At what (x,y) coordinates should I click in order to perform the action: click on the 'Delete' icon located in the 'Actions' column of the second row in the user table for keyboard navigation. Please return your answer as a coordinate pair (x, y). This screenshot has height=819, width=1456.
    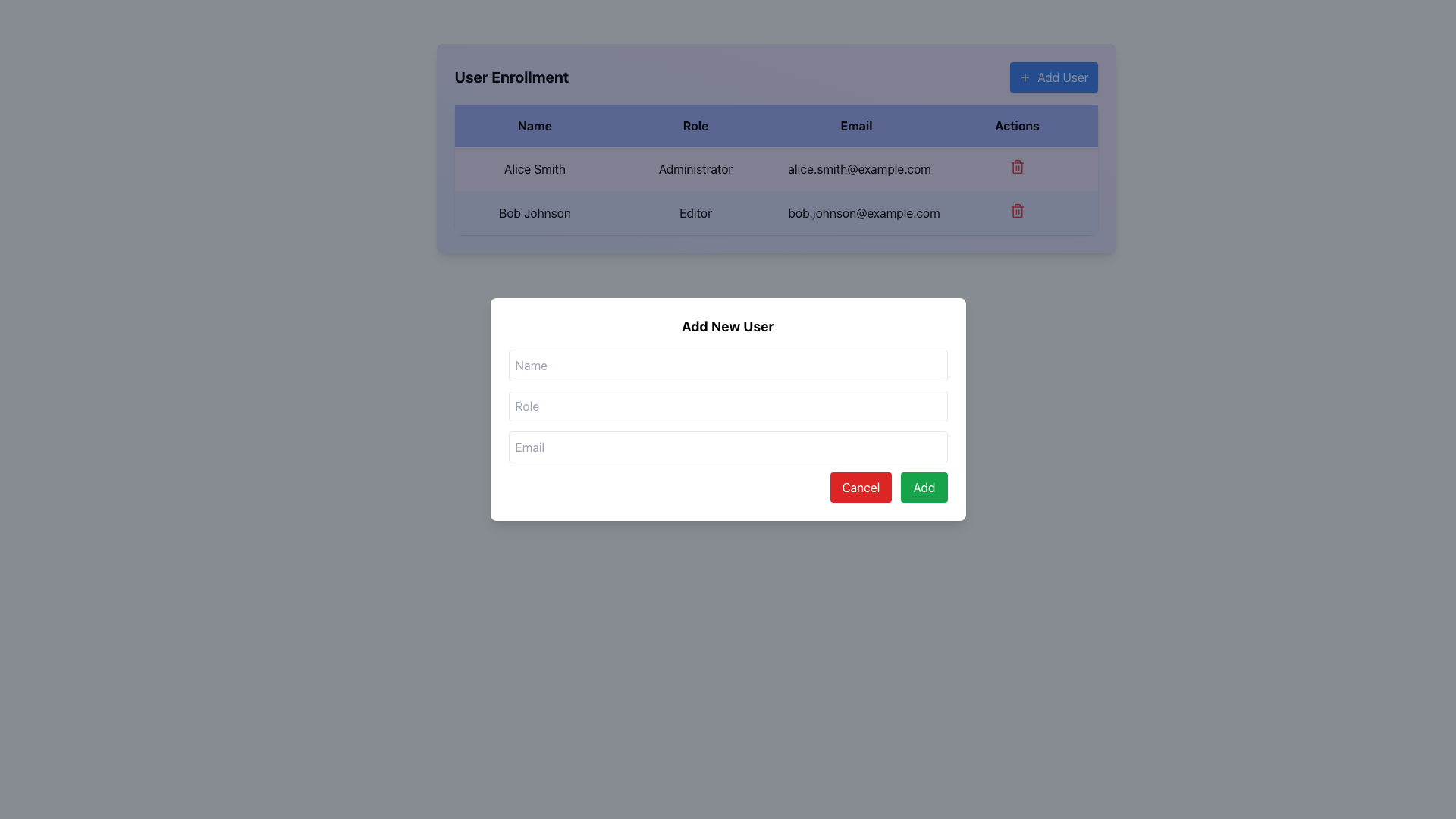
    Looking at the image, I should click on (1017, 168).